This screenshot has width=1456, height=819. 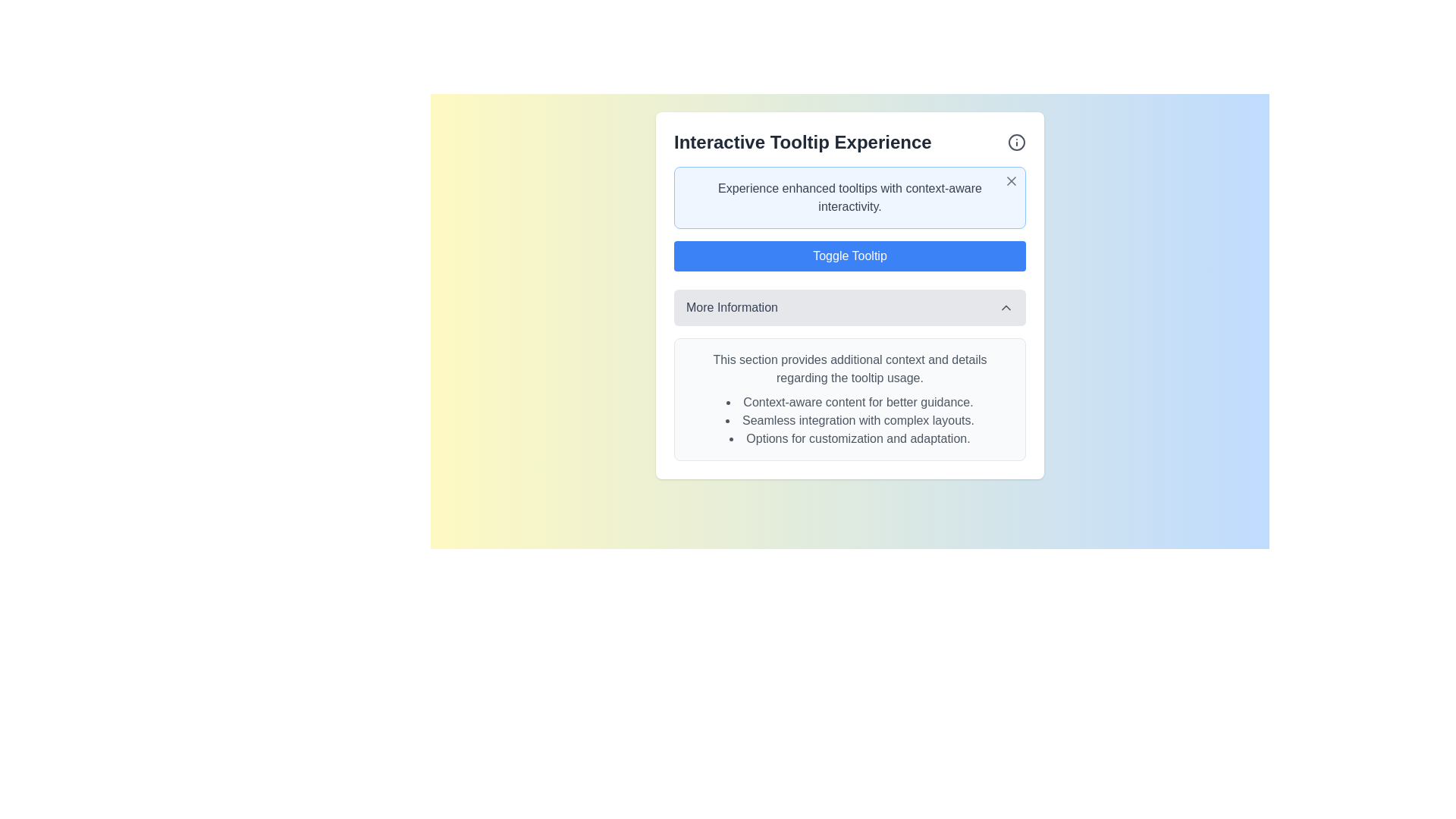 I want to click on the third bullet point item in the 'Interactive Tooltip Experience' panel, which conveys information about customization and adaptation capabilities of tooltip features, so click(x=850, y=438).